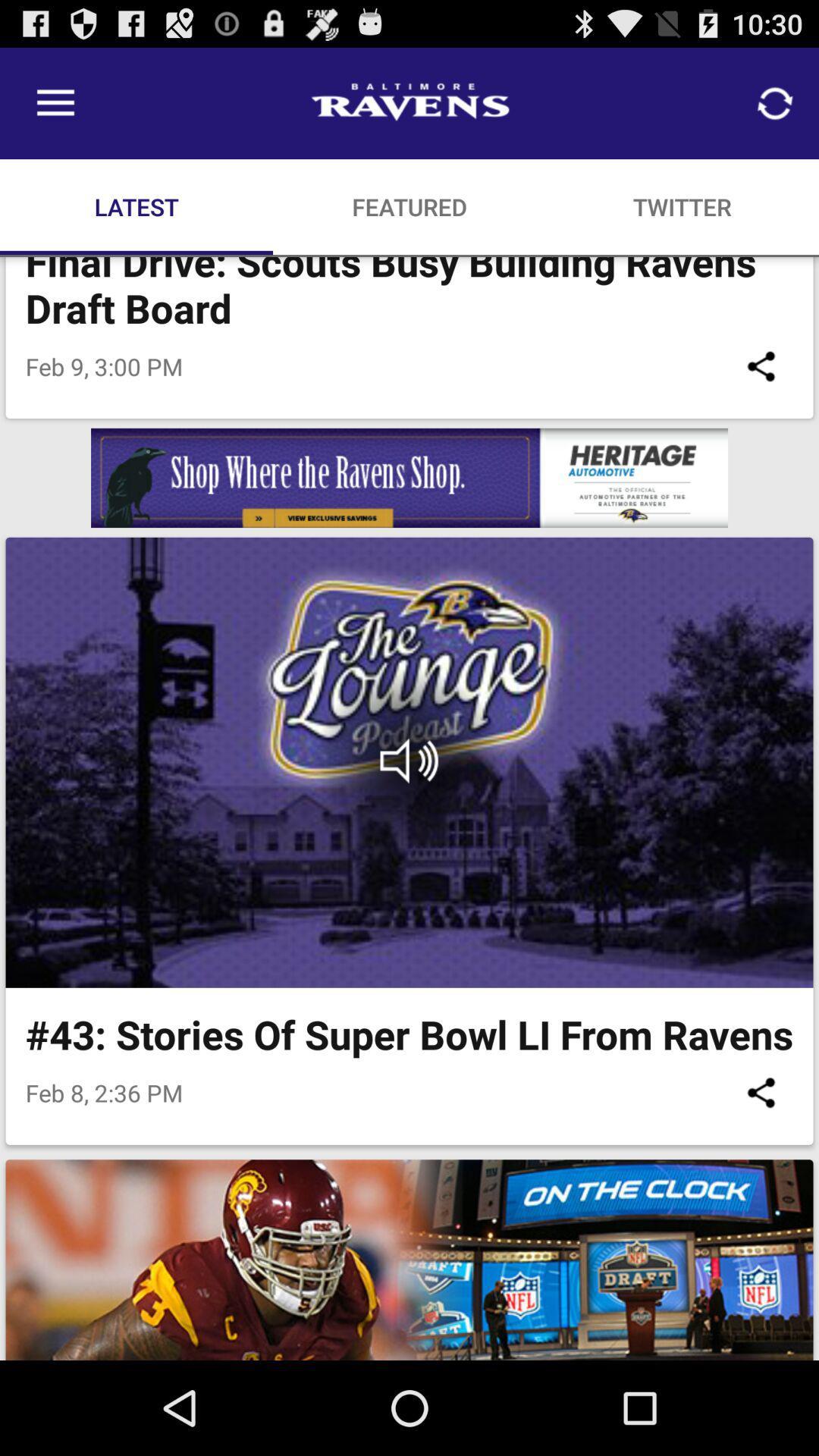 This screenshot has height=1456, width=819. Describe the element at coordinates (55, 102) in the screenshot. I see `item above latest item` at that location.